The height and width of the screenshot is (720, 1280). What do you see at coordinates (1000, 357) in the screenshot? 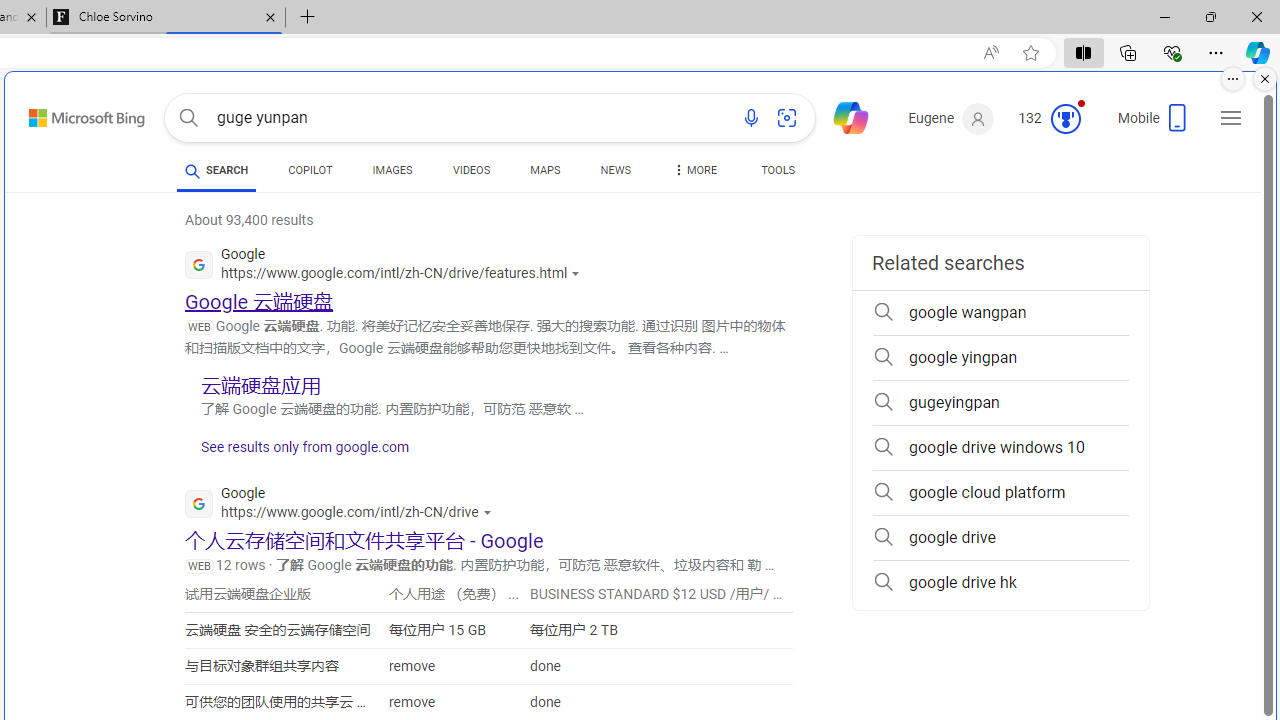
I see `'google yingpan'` at bounding box center [1000, 357].